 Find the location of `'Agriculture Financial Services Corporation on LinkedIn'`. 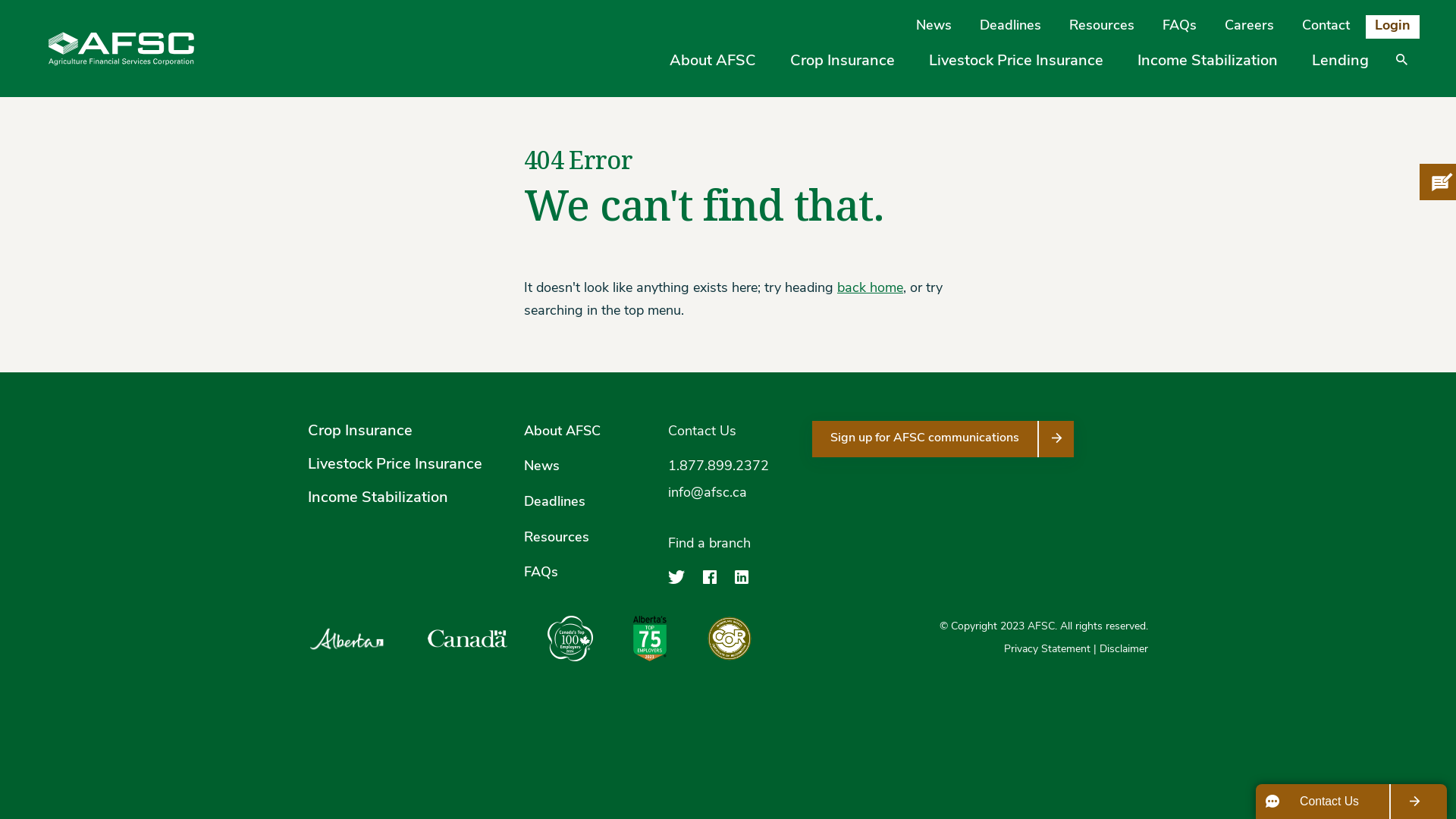

'Agriculture Financial Services Corporation on LinkedIn' is located at coordinates (742, 579).